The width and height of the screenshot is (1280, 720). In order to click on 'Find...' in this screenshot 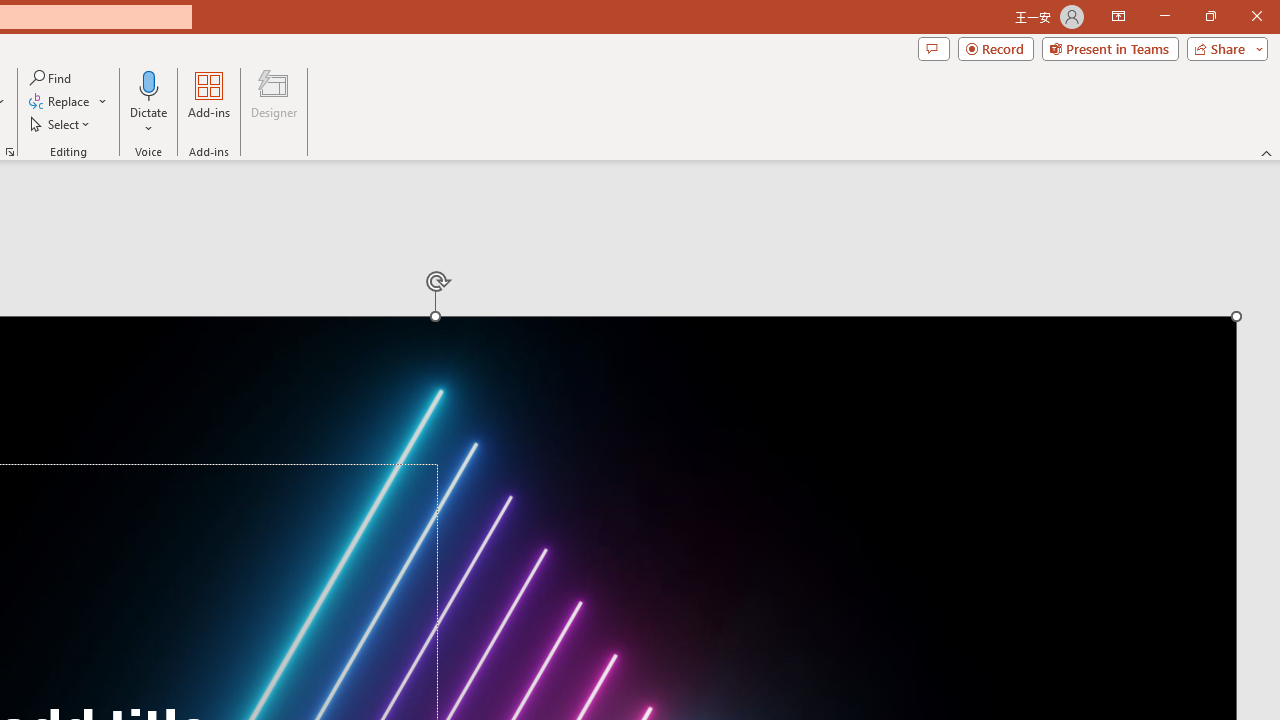, I will do `click(51, 77)`.